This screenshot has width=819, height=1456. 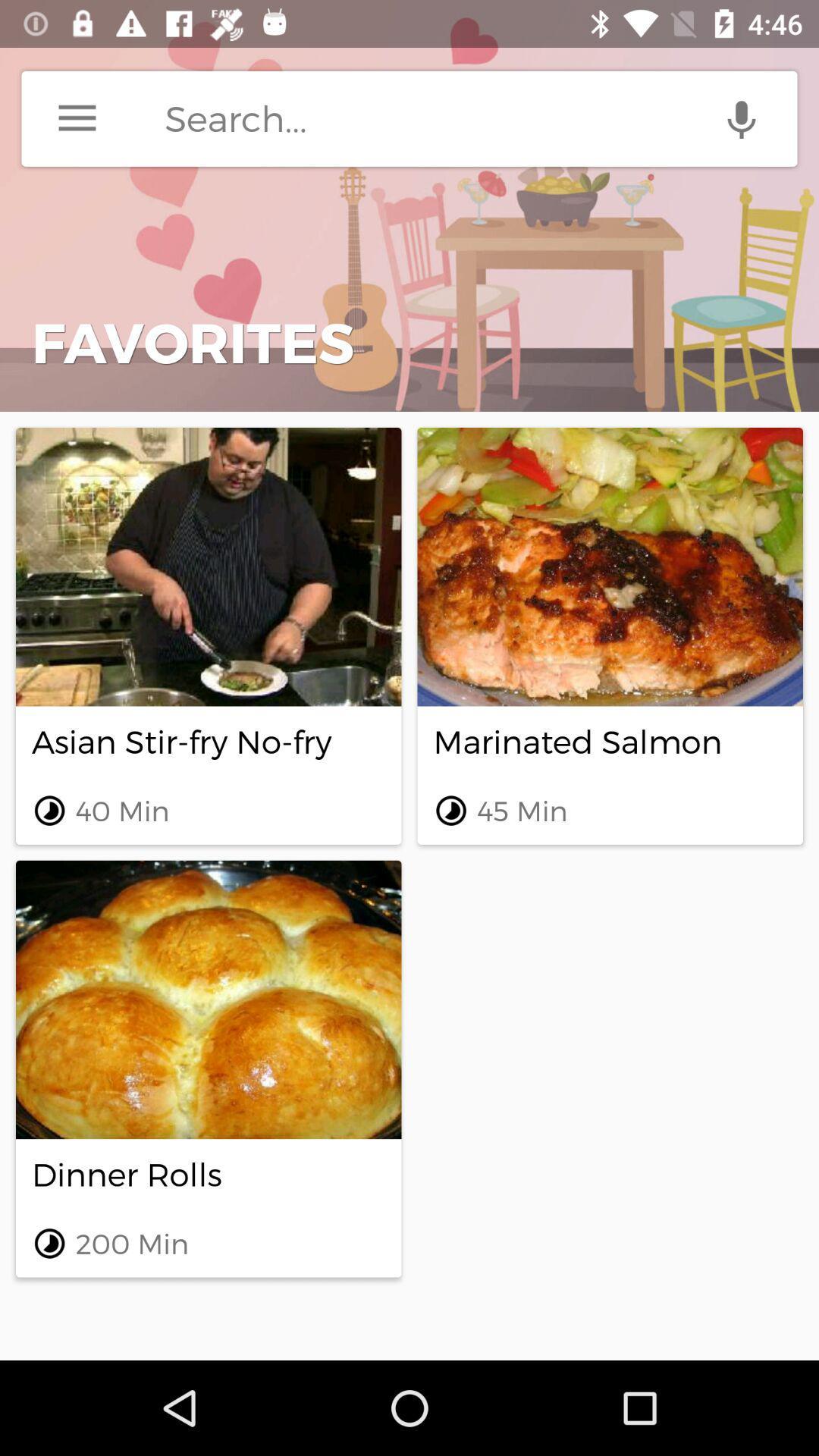 What do you see at coordinates (481, 118) in the screenshot?
I see `search area` at bounding box center [481, 118].